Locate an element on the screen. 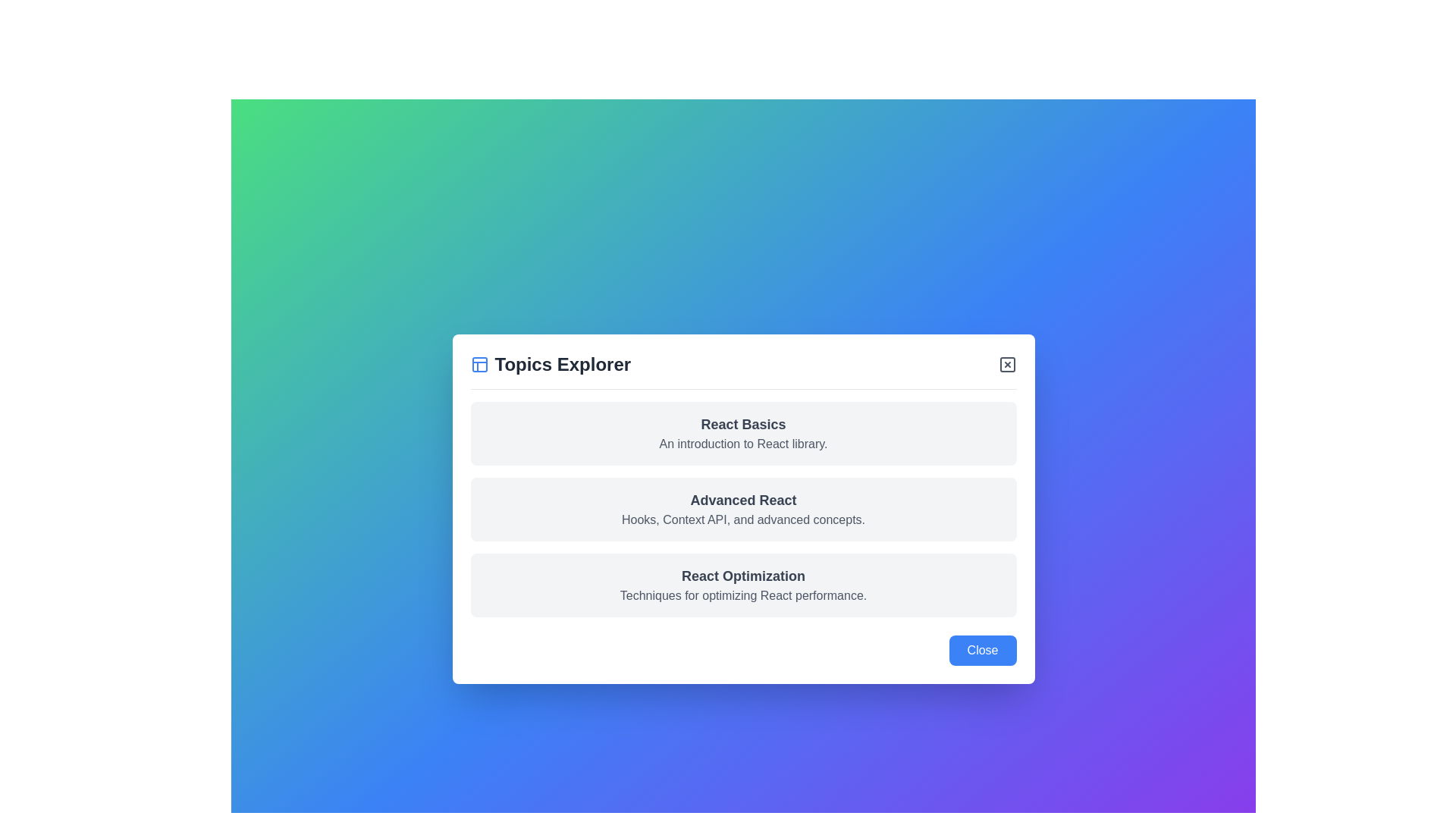 The image size is (1456, 819). the icon located at the top-left corner of the modal header next to the 'Topics Explorer' text is located at coordinates (479, 364).